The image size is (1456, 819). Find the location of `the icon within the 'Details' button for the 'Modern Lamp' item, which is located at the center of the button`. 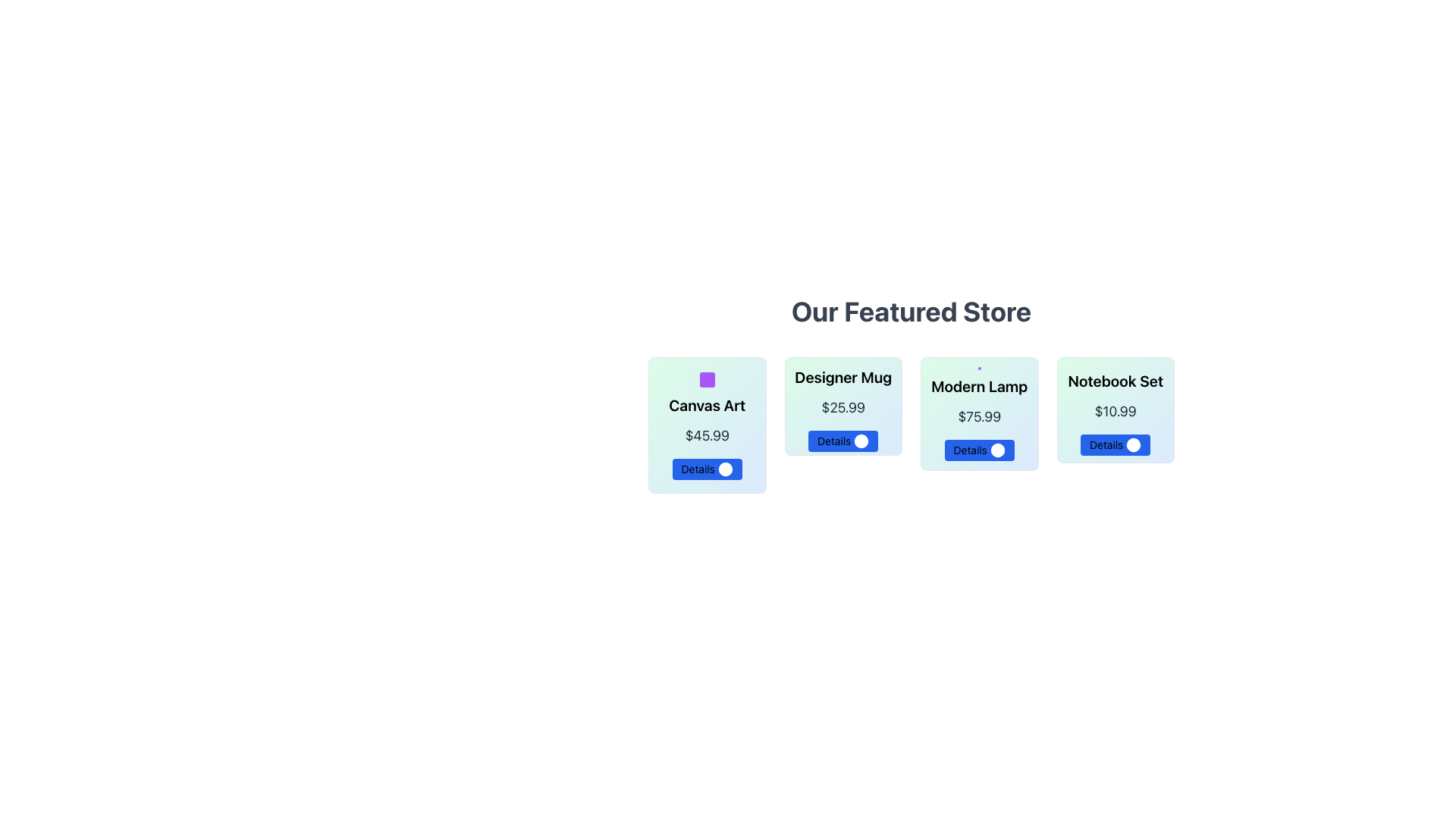

the icon within the 'Details' button for the 'Modern Lamp' item, which is located at the center of the button is located at coordinates (997, 450).